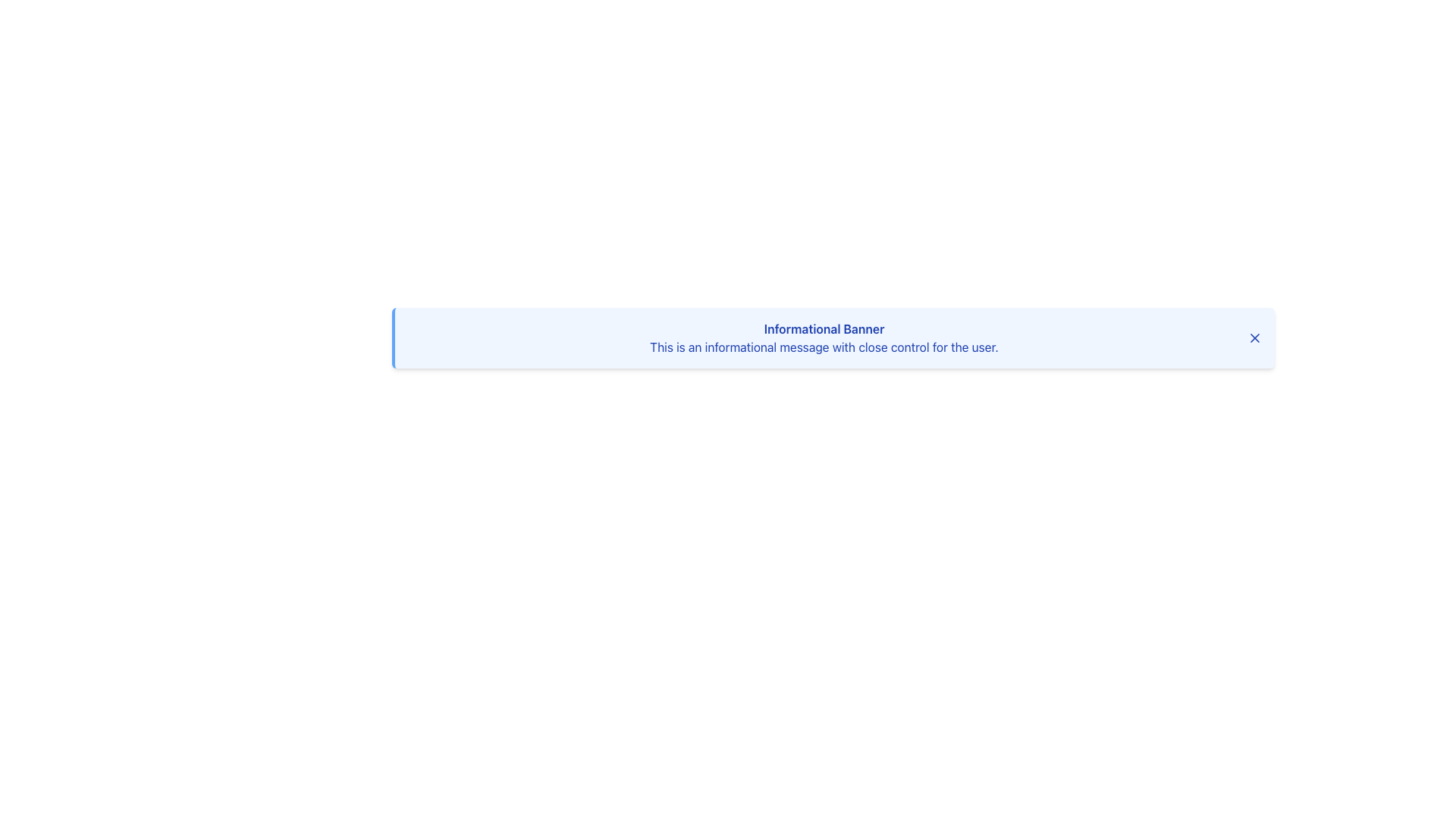  Describe the element at coordinates (1255, 337) in the screenshot. I see `the close button located at the far right of the informational banner` at that location.